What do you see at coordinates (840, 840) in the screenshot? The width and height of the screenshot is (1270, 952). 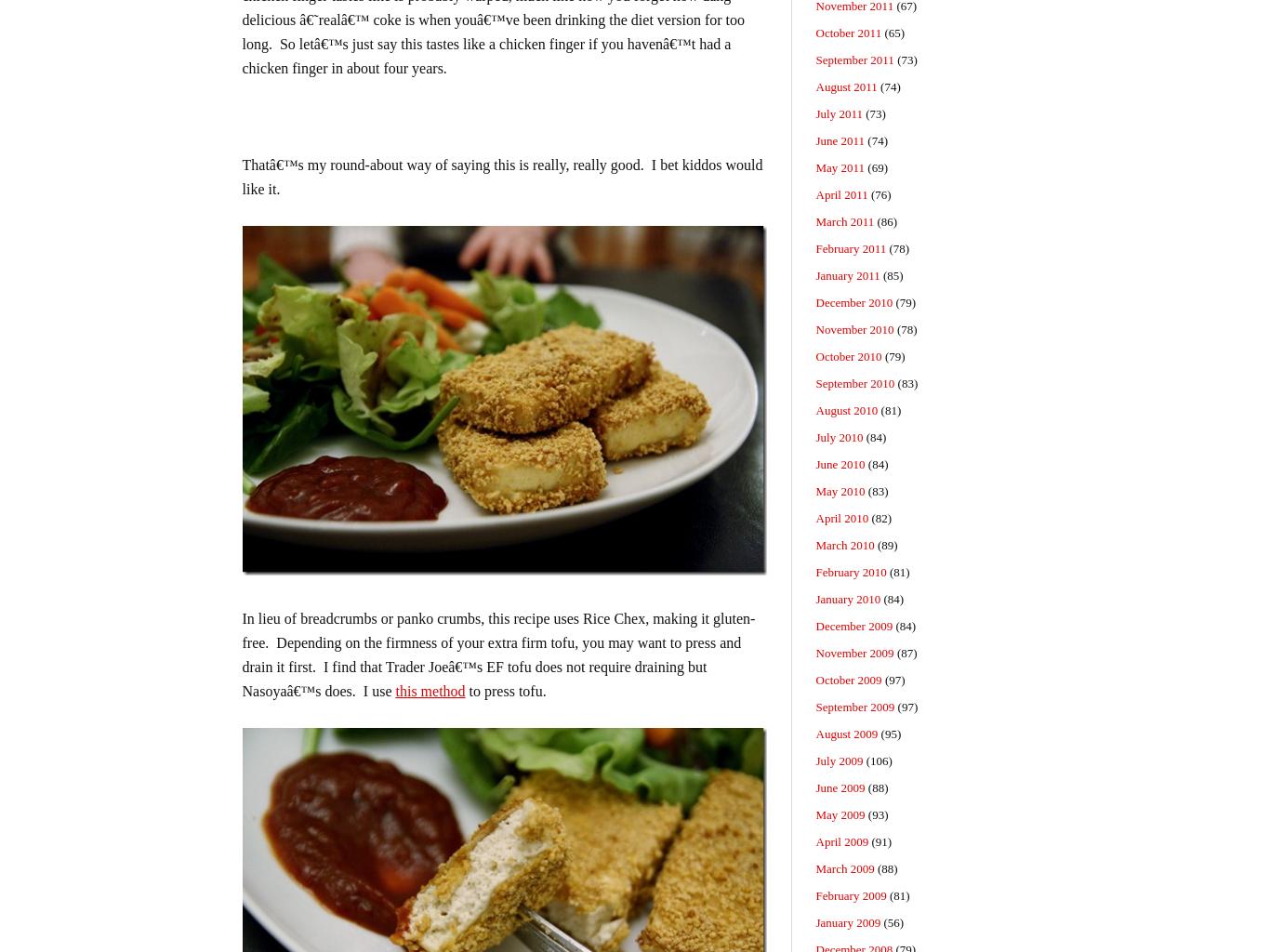 I see `'April 2009'` at bounding box center [840, 840].